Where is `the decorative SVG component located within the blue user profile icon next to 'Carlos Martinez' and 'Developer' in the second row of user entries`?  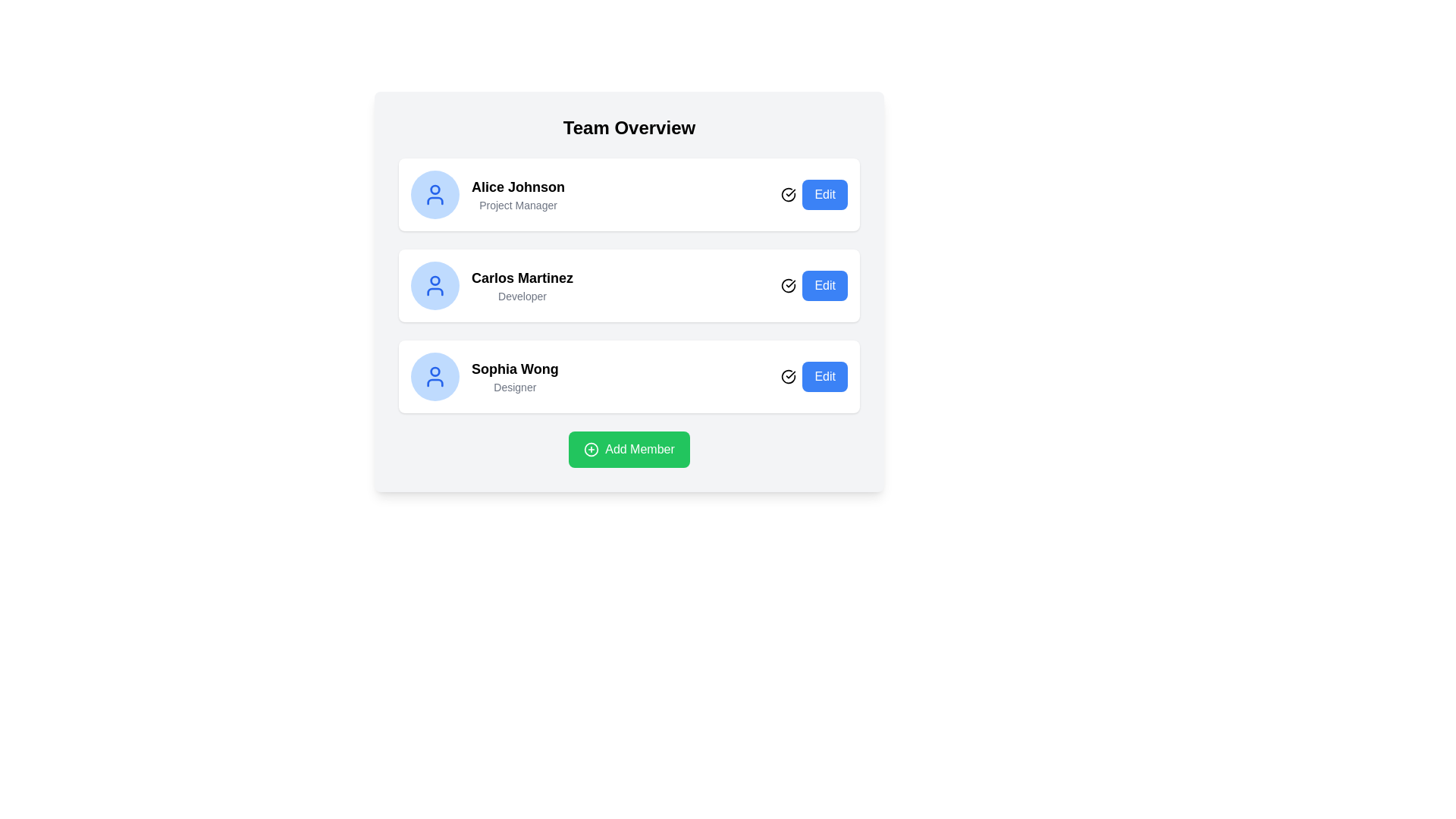
the decorative SVG component located within the blue user profile icon next to 'Carlos Martinez' and 'Developer' in the second row of user entries is located at coordinates (435, 281).